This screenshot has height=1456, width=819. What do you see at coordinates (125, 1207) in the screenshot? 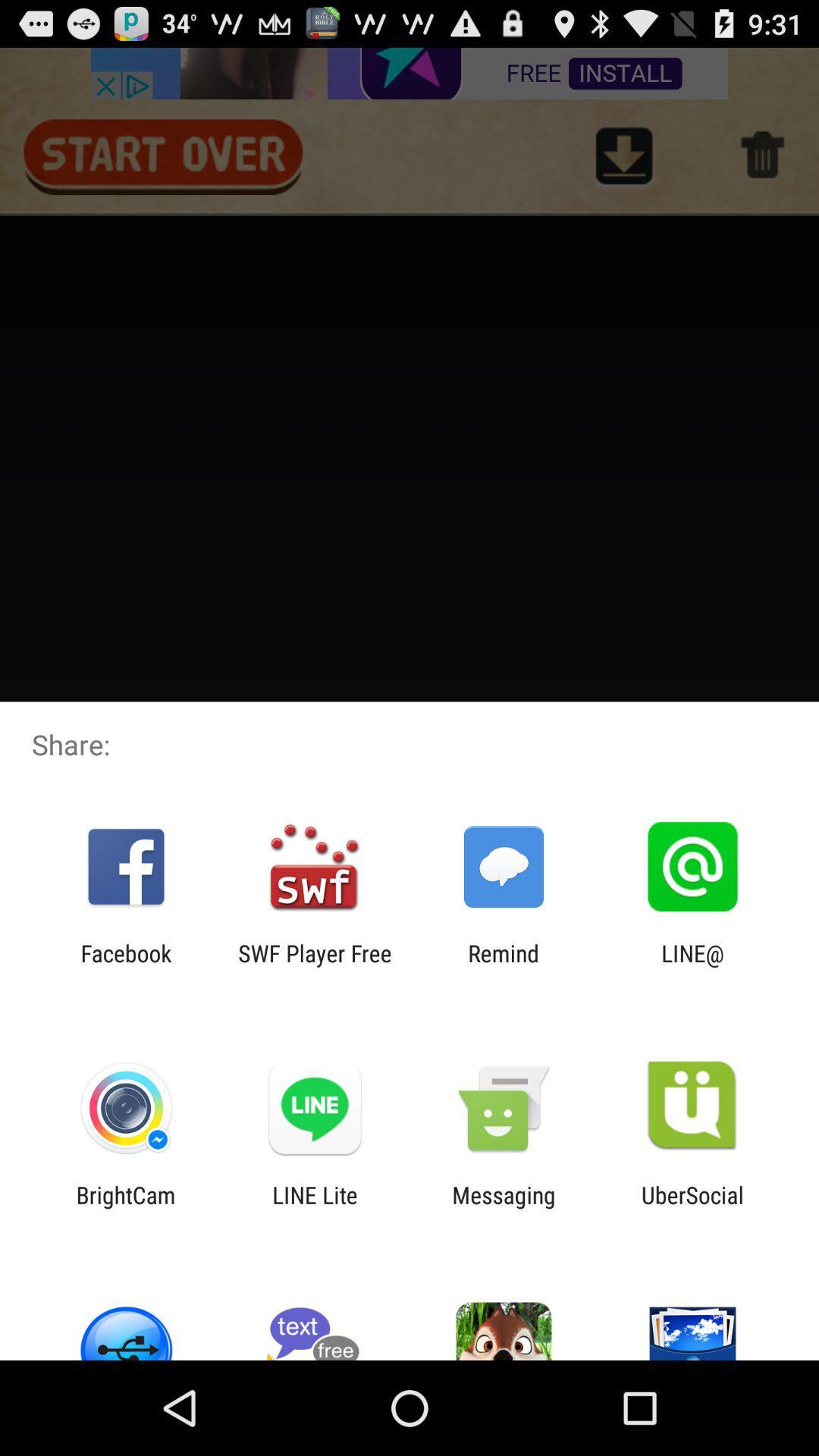
I see `the brightcam icon` at bounding box center [125, 1207].